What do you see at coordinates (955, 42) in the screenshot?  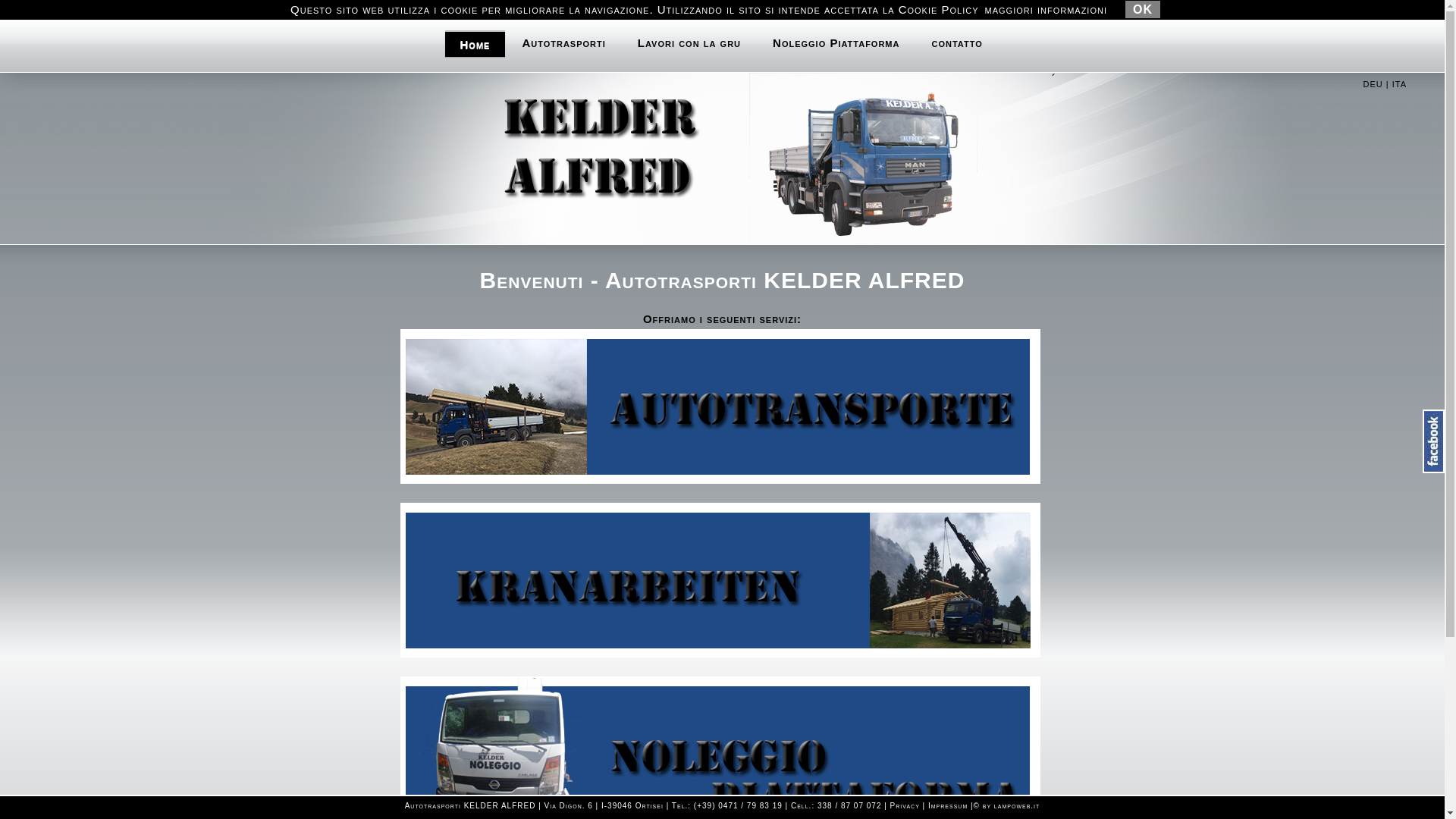 I see `'contatto'` at bounding box center [955, 42].